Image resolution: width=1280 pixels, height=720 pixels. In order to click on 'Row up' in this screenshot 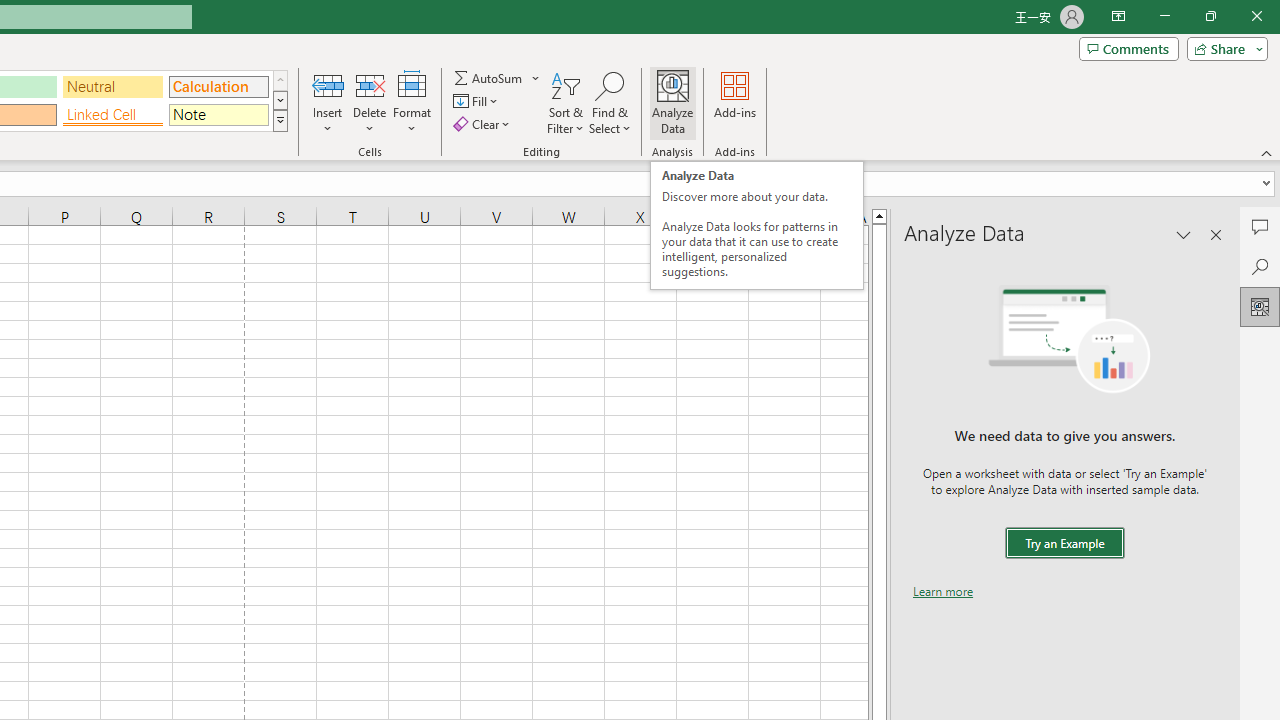, I will do `click(279, 79)`.